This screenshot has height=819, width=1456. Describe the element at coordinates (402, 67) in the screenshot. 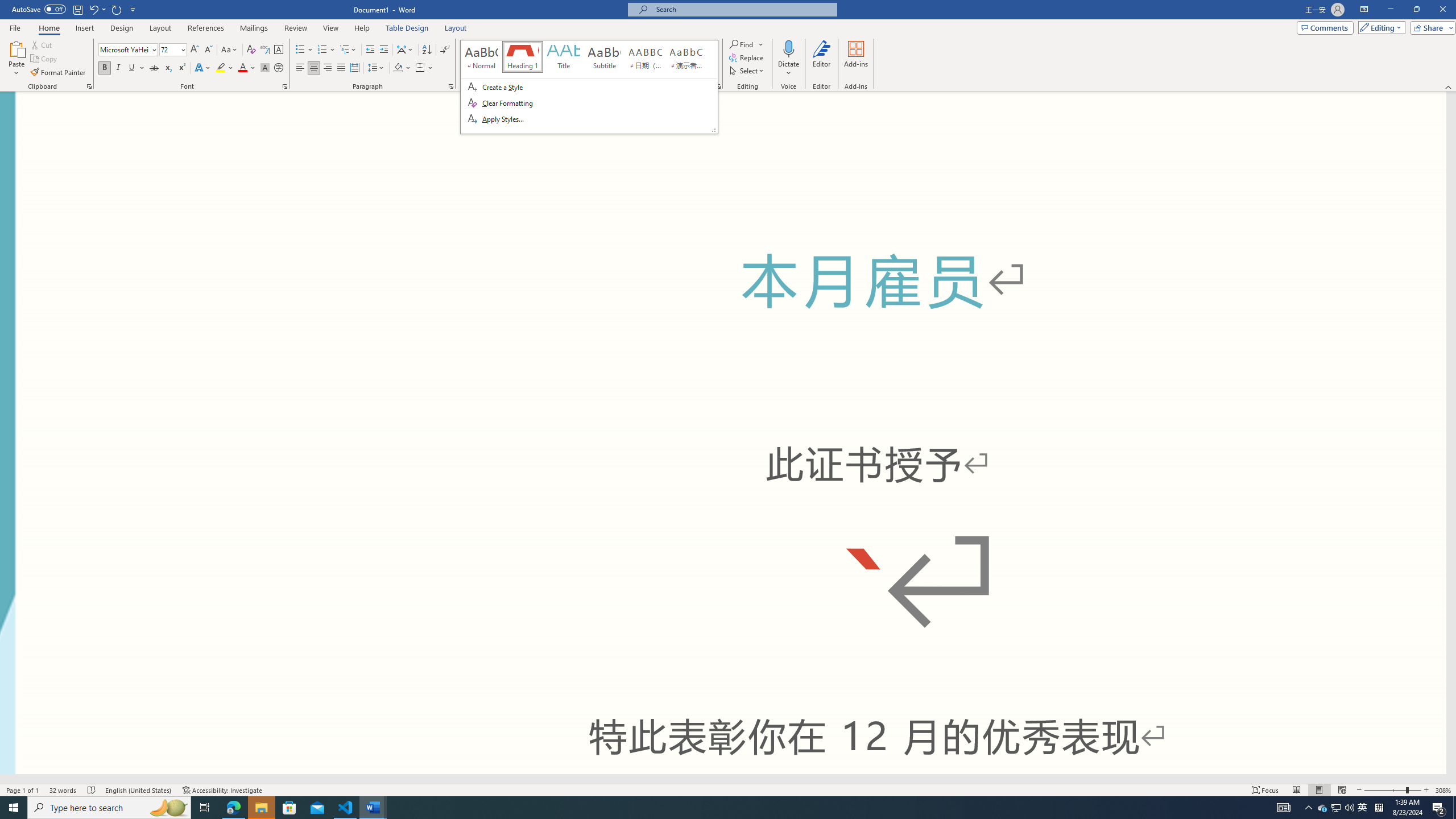

I see `'Shading'` at that location.